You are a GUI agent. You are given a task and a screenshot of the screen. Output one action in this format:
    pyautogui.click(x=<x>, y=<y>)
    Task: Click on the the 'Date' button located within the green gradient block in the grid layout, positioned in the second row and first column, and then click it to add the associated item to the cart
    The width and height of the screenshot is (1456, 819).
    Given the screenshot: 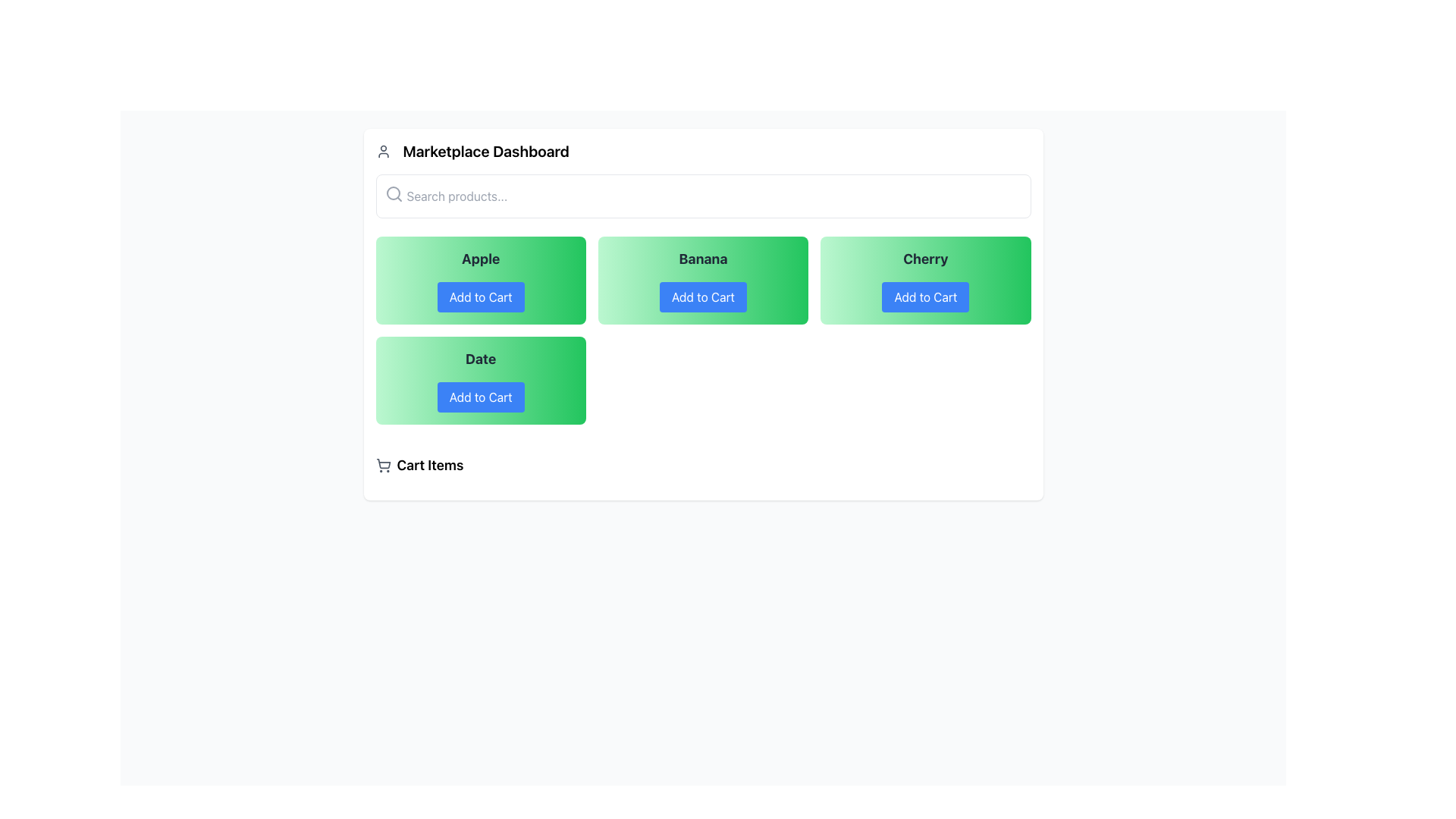 What is the action you would take?
    pyautogui.click(x=480, y=397)
    